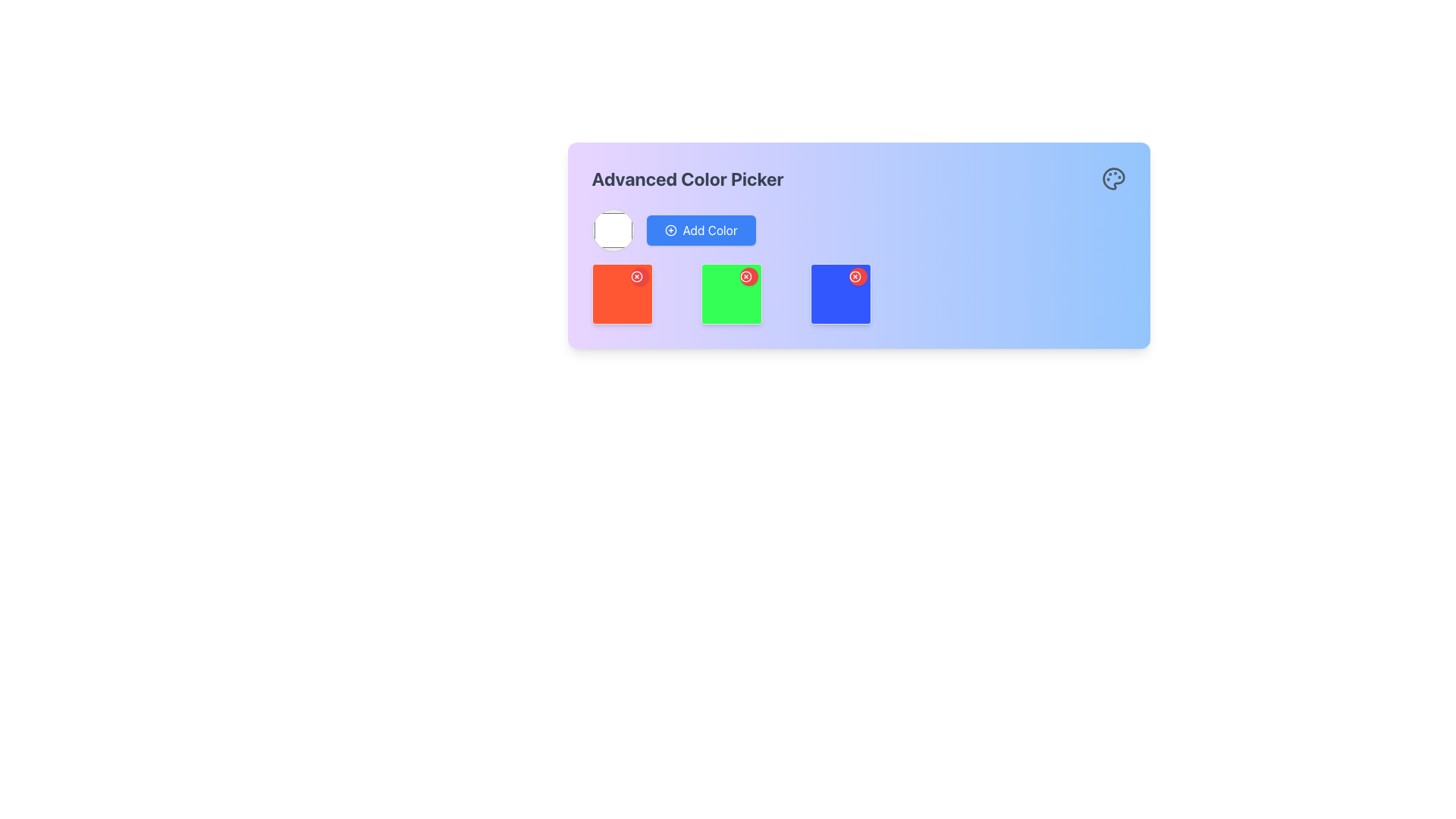 This screenshot has width=1456, height=819. I want to click on the close button located in the top-right corner of the first red card in the Advanced Color Picker interface to observe the hover effect, so click(639, 277).